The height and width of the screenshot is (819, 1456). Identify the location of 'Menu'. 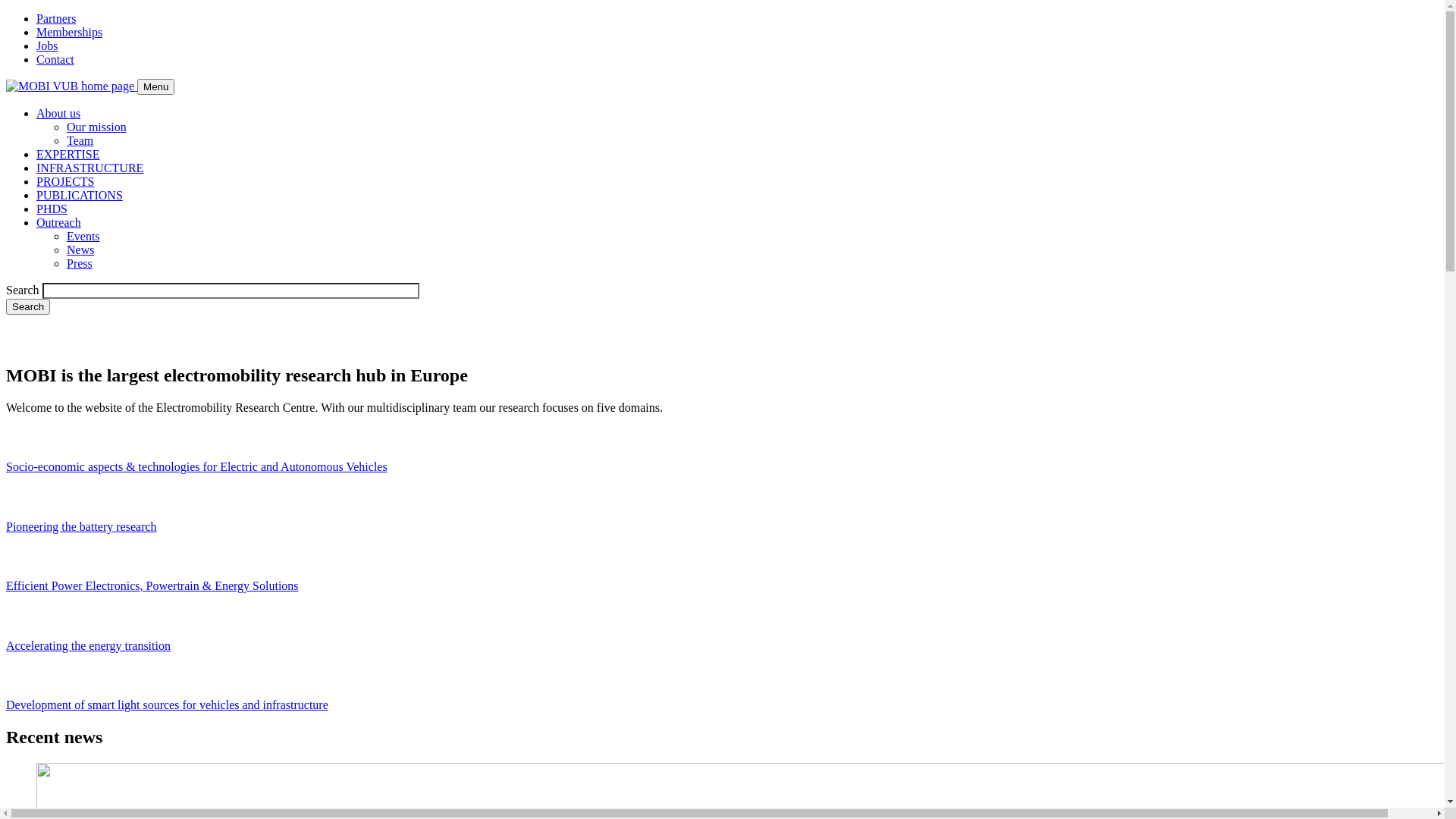
(137, 86).